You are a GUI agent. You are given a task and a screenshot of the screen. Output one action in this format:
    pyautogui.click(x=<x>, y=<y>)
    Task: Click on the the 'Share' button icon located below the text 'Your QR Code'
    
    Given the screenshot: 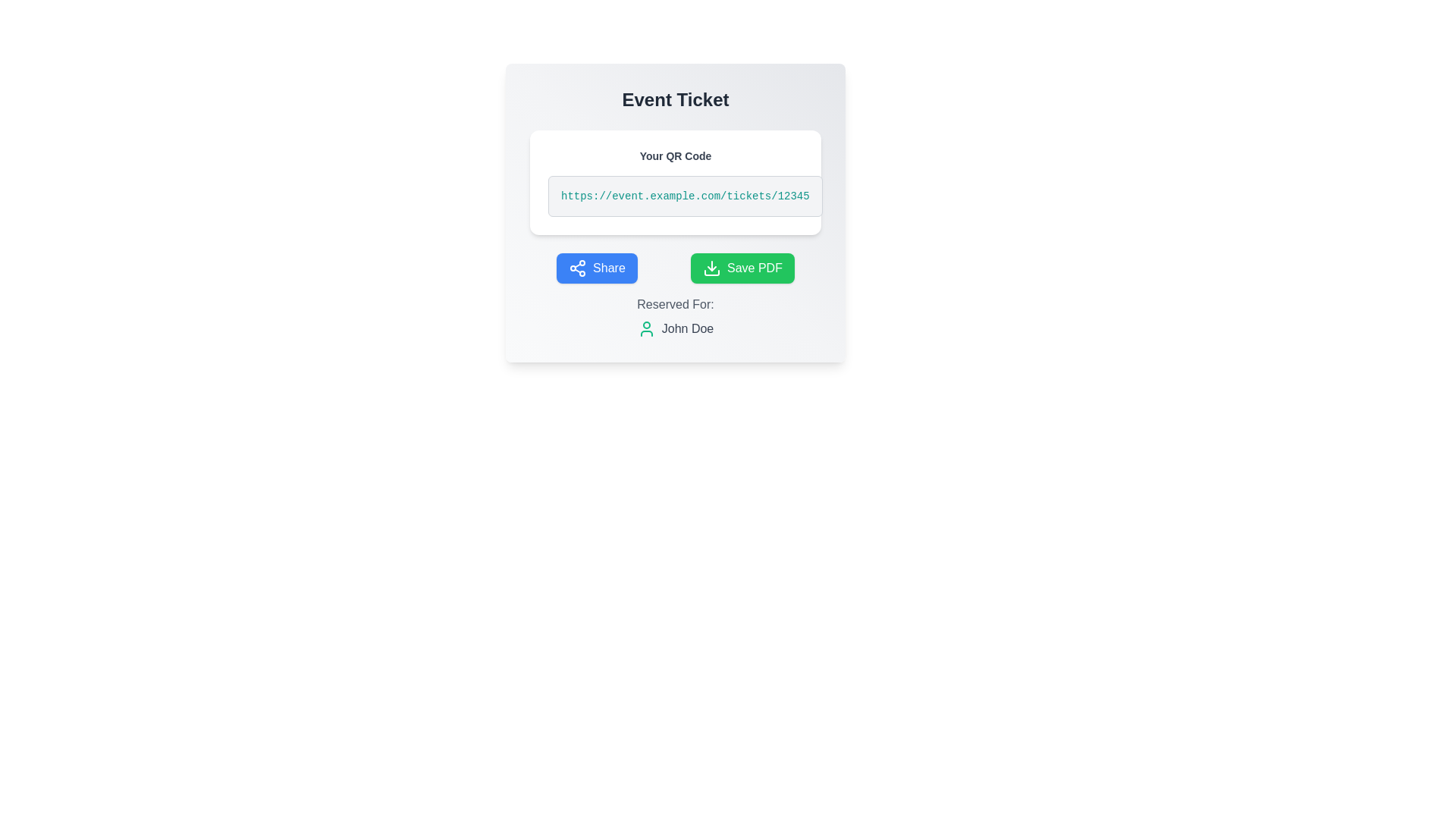 What is the action you would take?
    pyautogui.click(x=577, y=268)
    